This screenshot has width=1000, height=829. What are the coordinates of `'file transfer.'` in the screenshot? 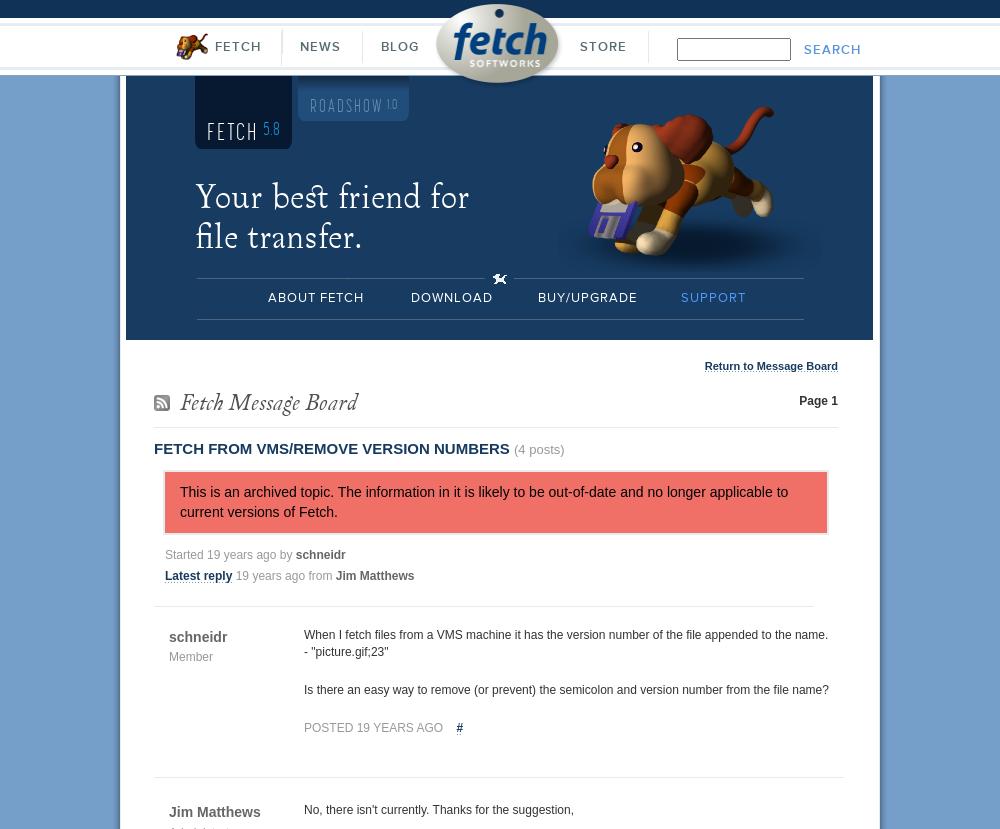 It's located at (279, 239).